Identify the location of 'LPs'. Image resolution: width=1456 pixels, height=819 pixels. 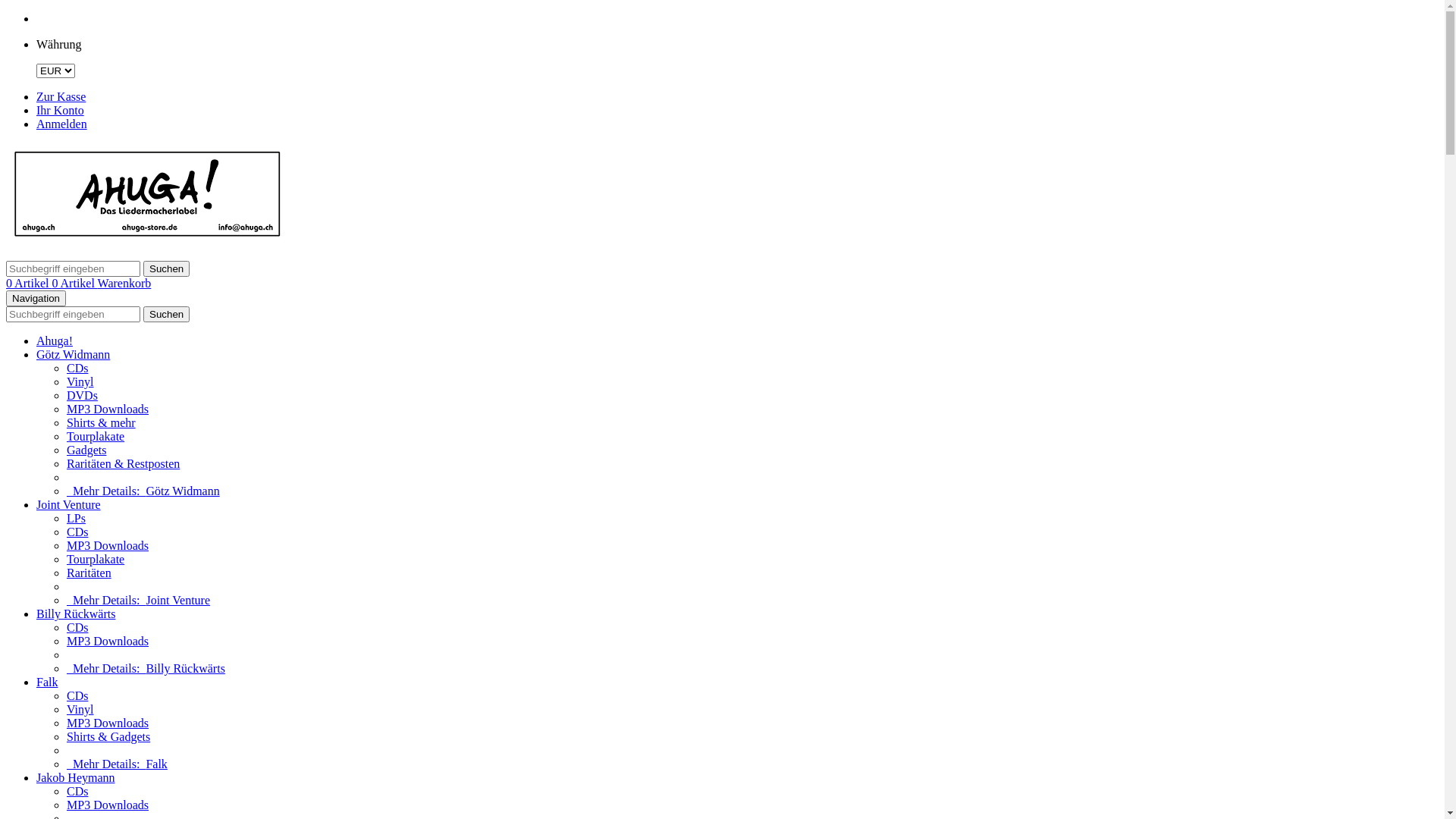
(65, 517).